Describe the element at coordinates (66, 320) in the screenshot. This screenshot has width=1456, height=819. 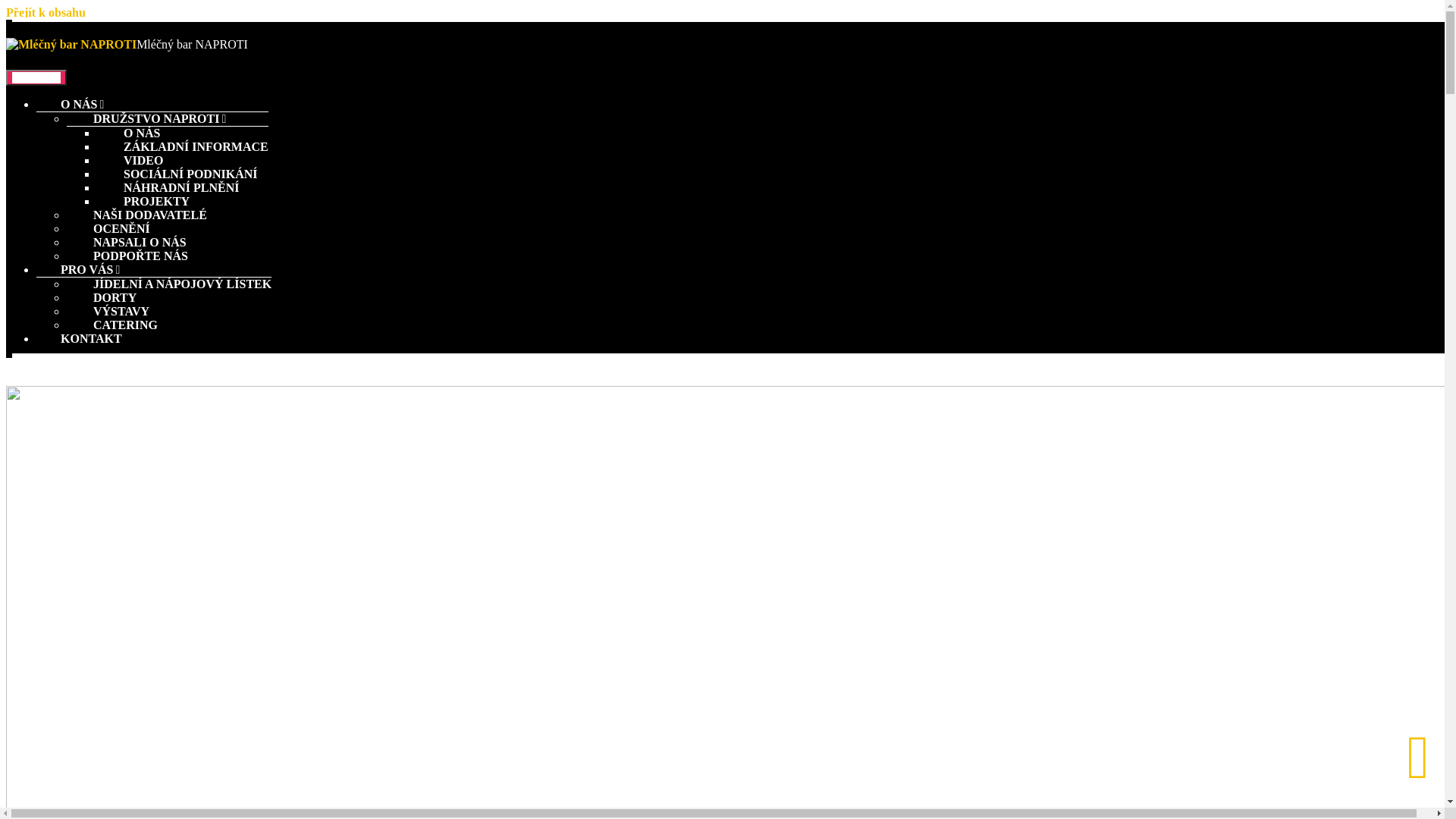
I see `'KONTAKT'` at that location.